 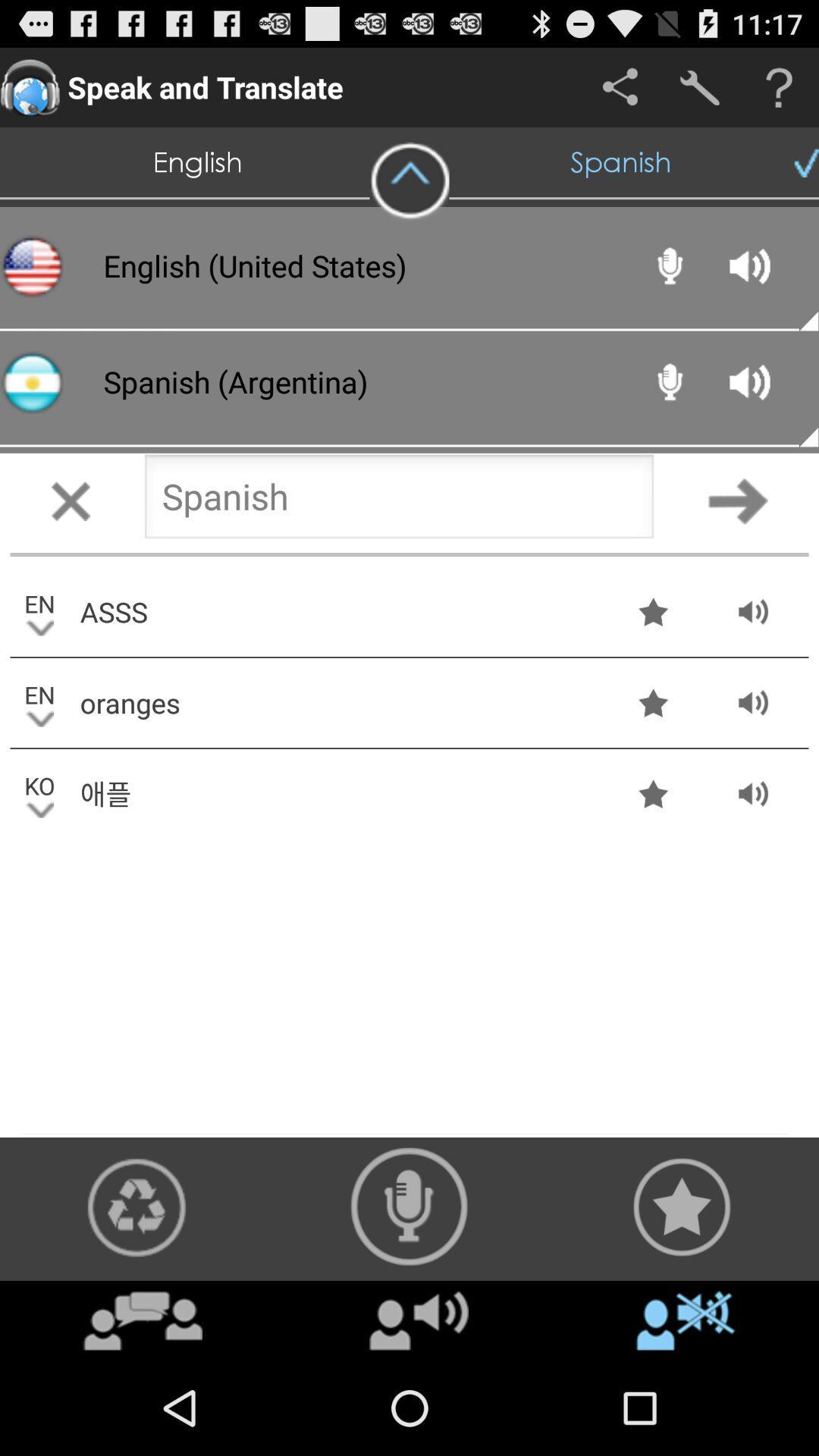 What do you see at coordinates (686, 1319) in the screenshot?
I see `icon` at bounding box center [686, 1319].